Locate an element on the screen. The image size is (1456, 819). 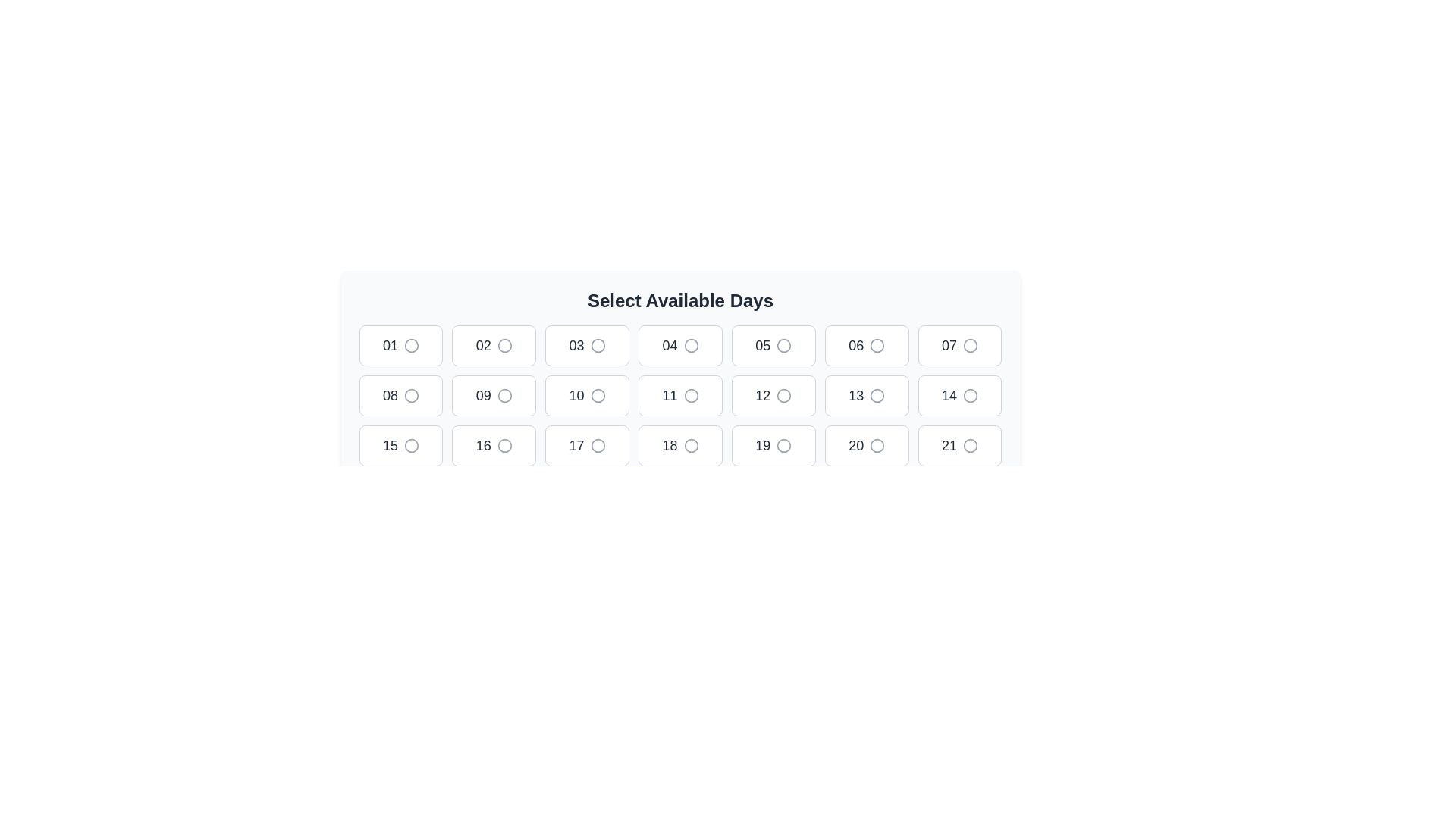
the selectable button representing the number '18' located in the third row, fourth column of the grid layout is located at coordinates (679, 444).